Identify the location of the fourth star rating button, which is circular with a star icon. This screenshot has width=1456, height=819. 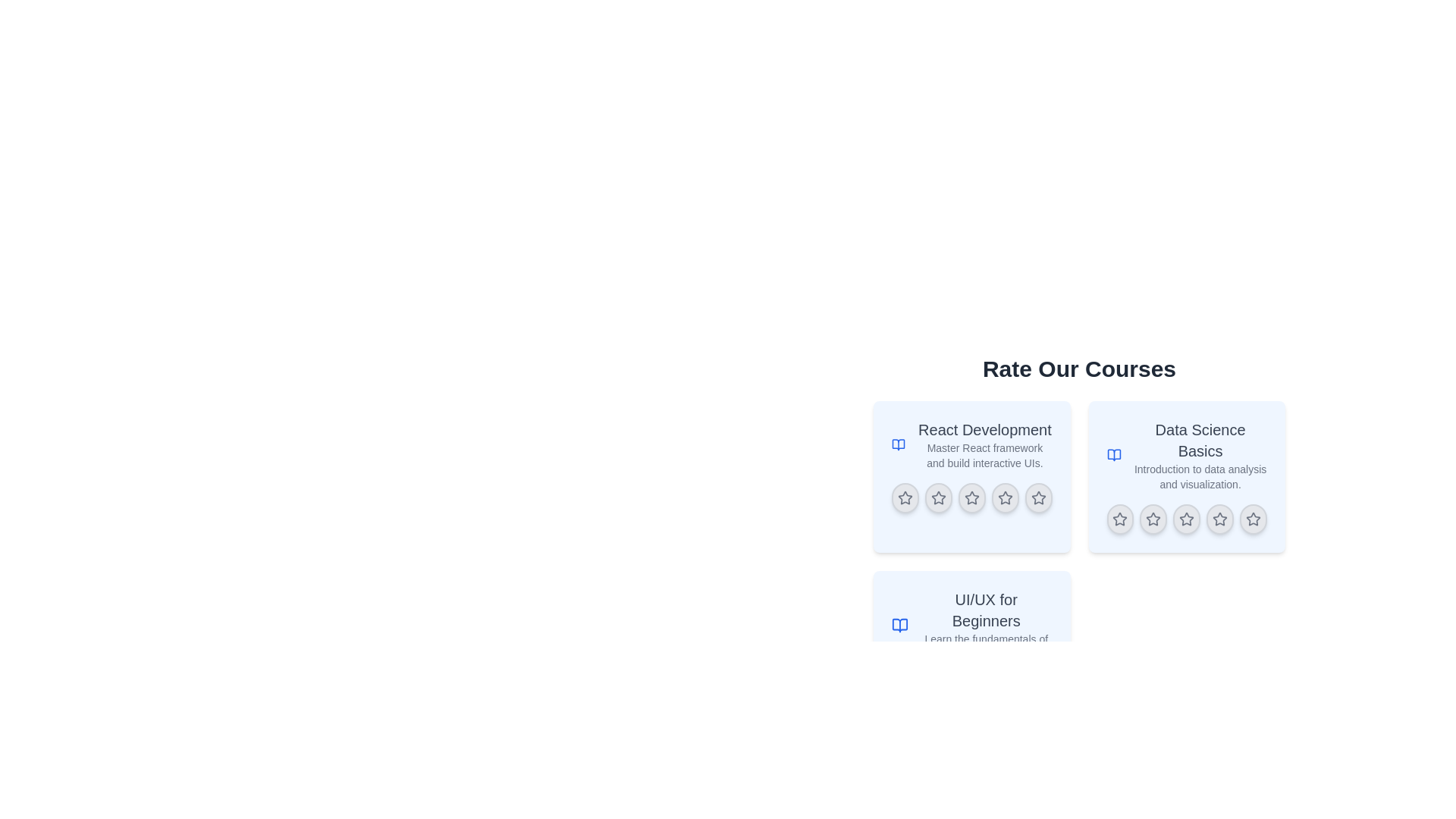
(1220, 519).